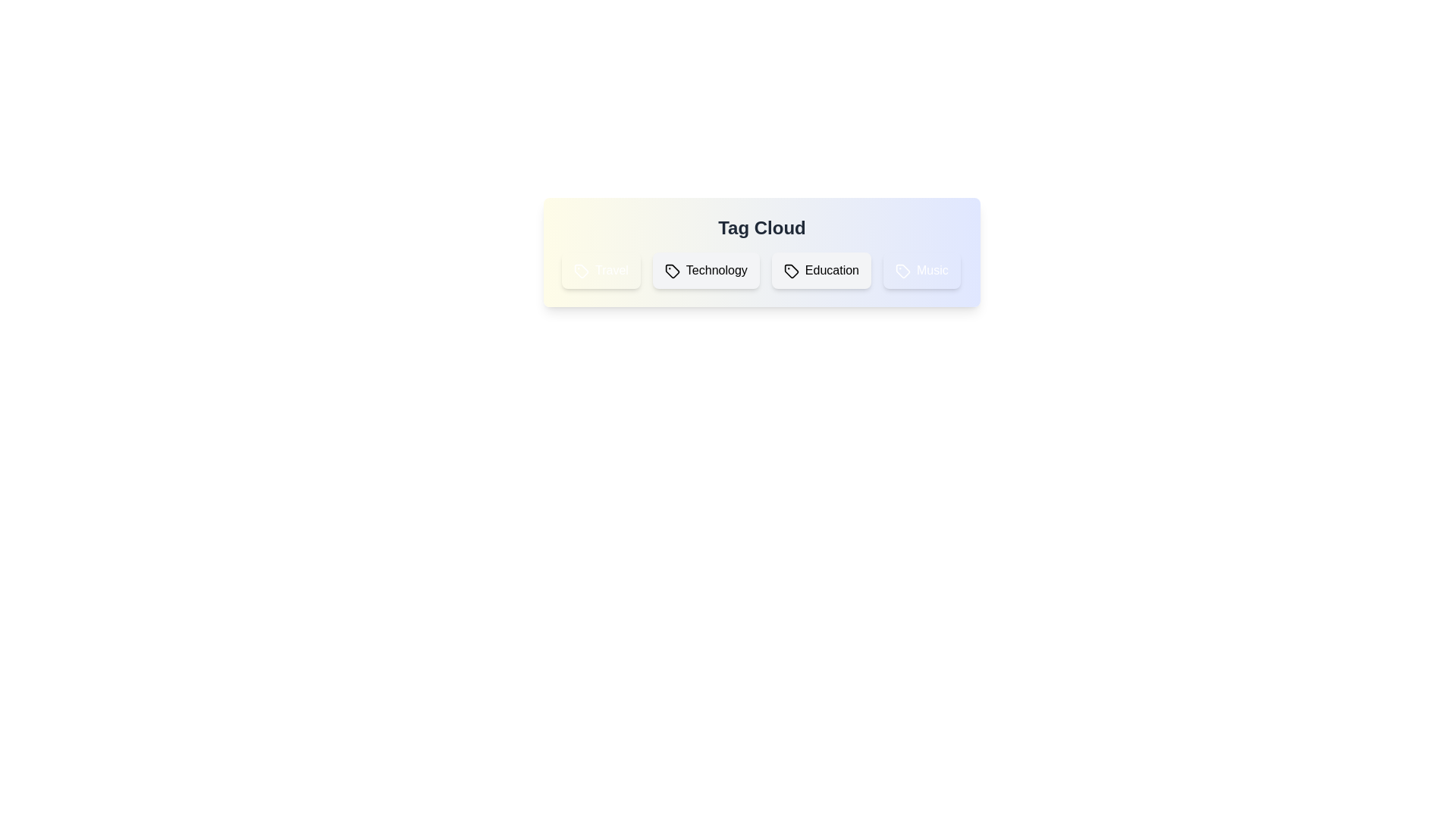 The height and width of the screenshot is (819, 1456). Describe the element at coordinates (921, 270) in the screenshot. I see `the tag Music` at that location.